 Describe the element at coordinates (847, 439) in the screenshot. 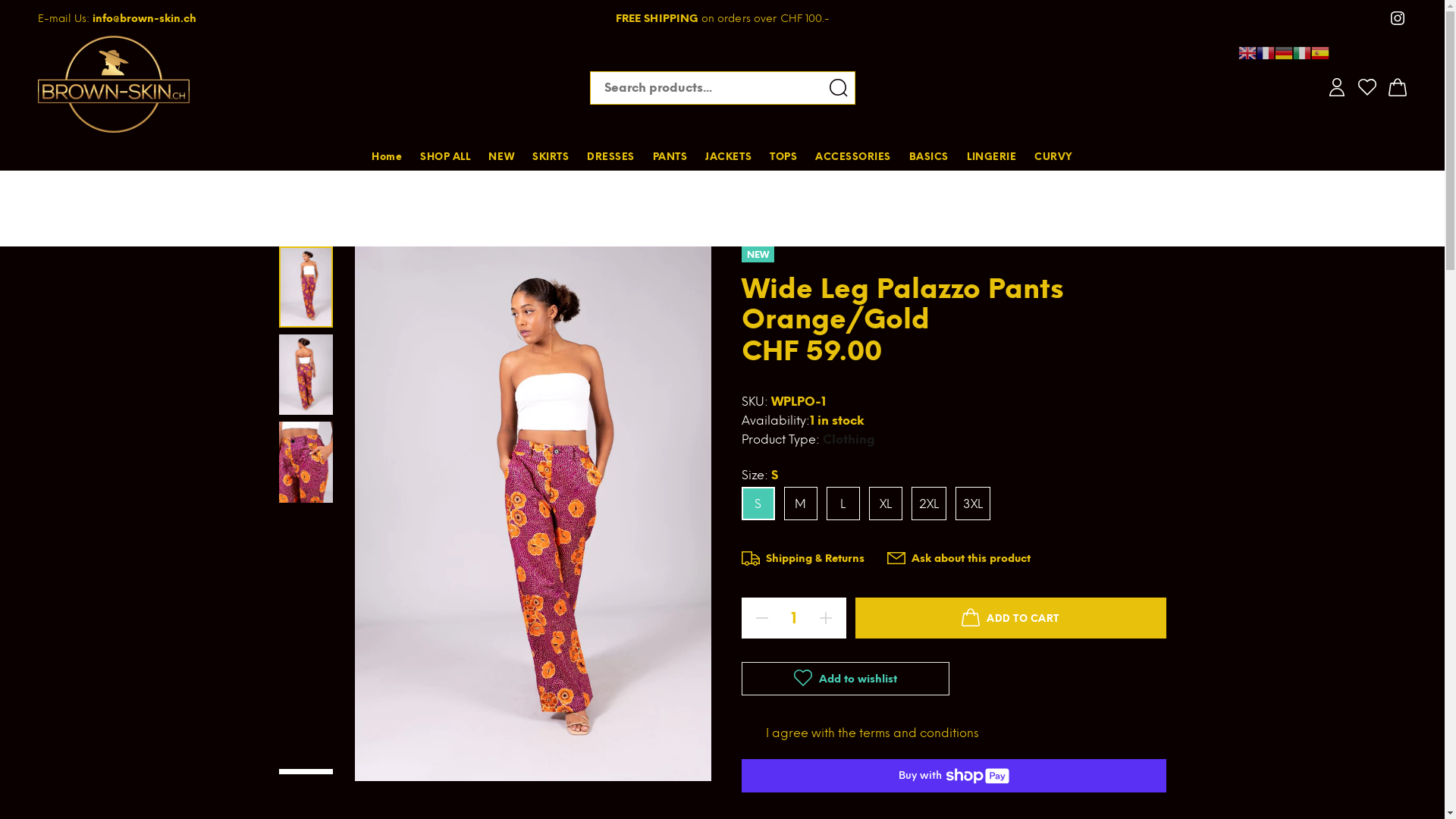

I see `'Clothing'` at that location.